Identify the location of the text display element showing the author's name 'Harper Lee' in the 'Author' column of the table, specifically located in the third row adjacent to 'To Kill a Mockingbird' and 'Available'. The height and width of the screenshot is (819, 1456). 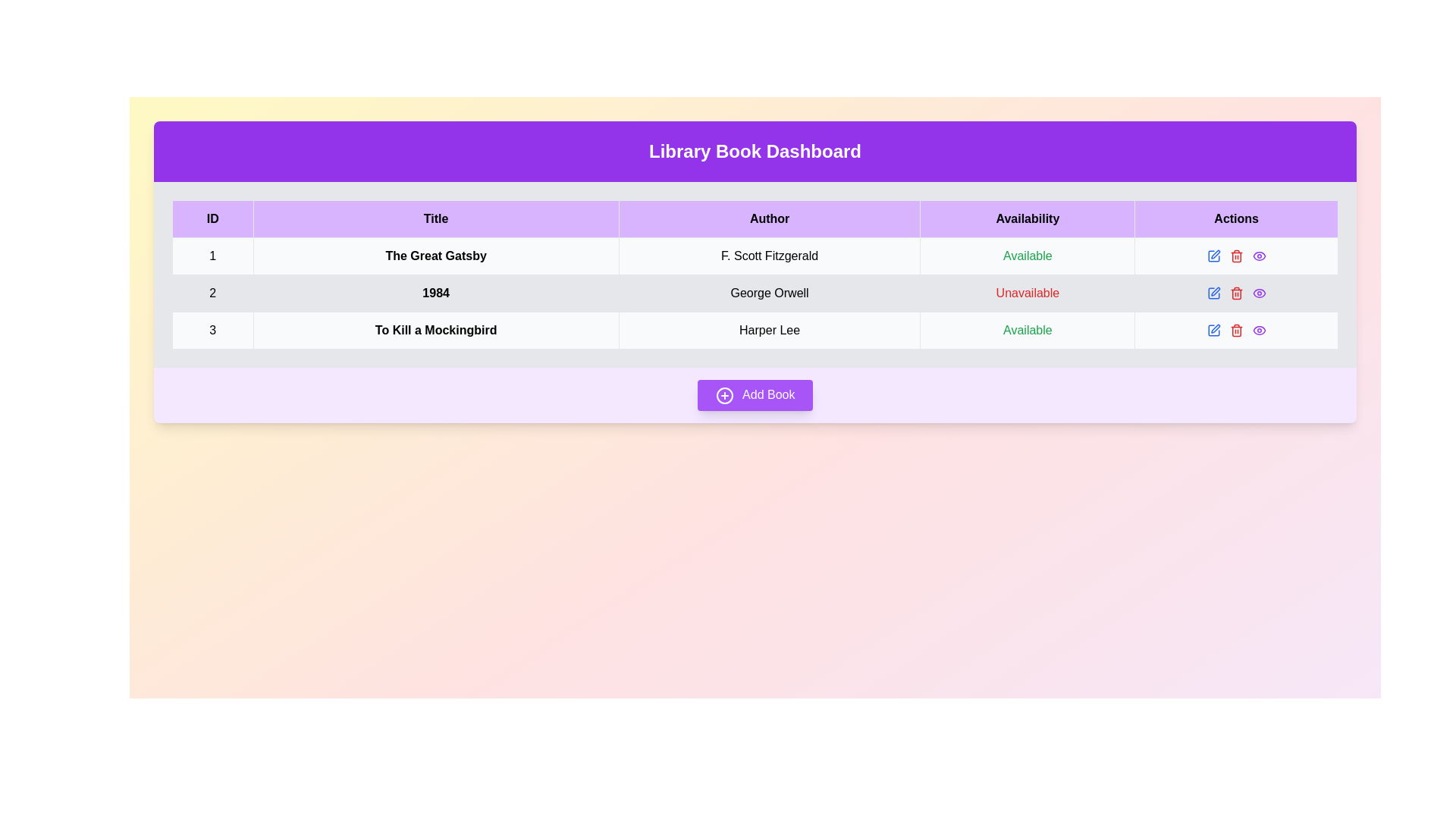
(770, 329).